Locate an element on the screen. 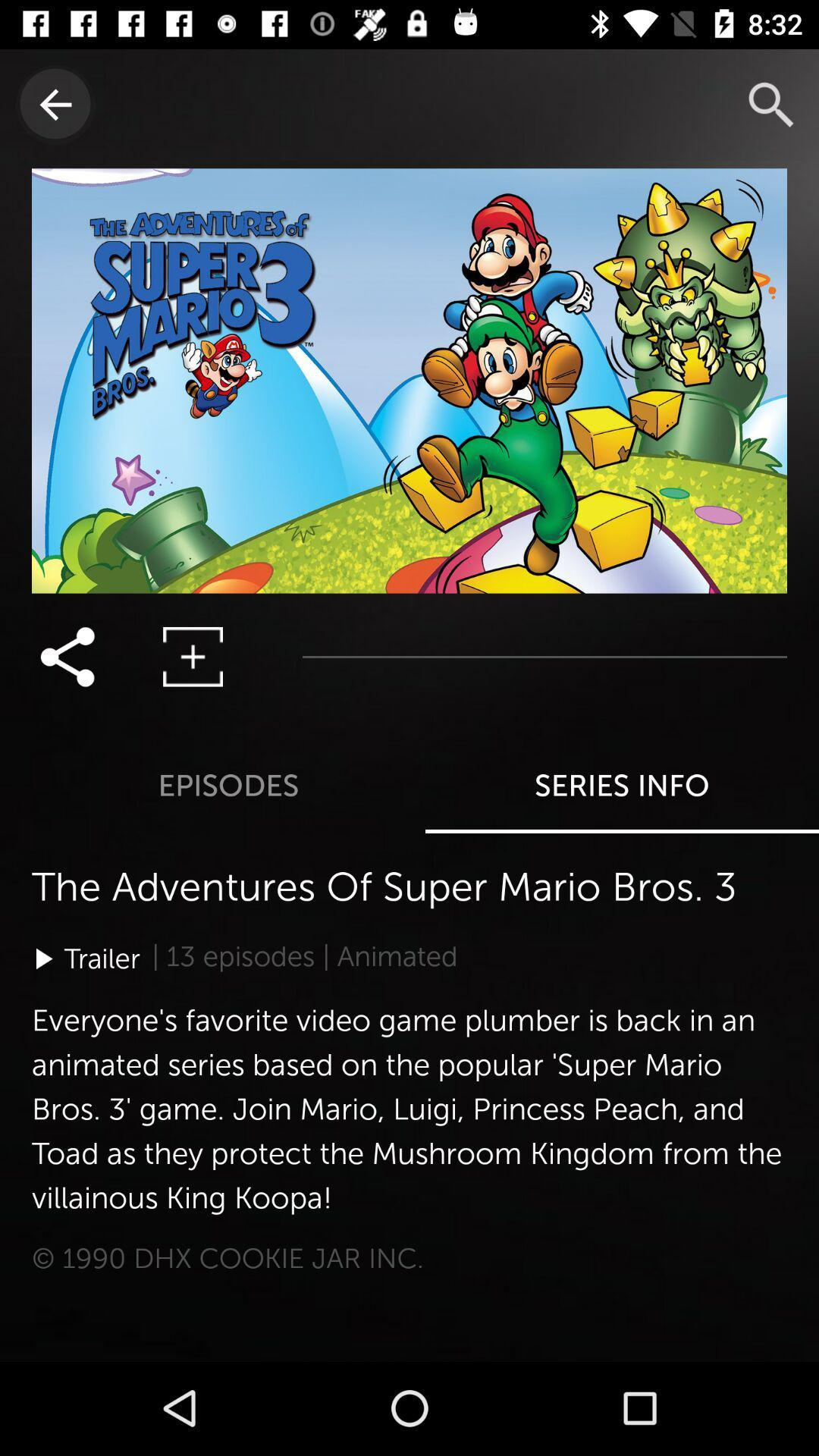  the series info option is located at coordinates (669, 733).